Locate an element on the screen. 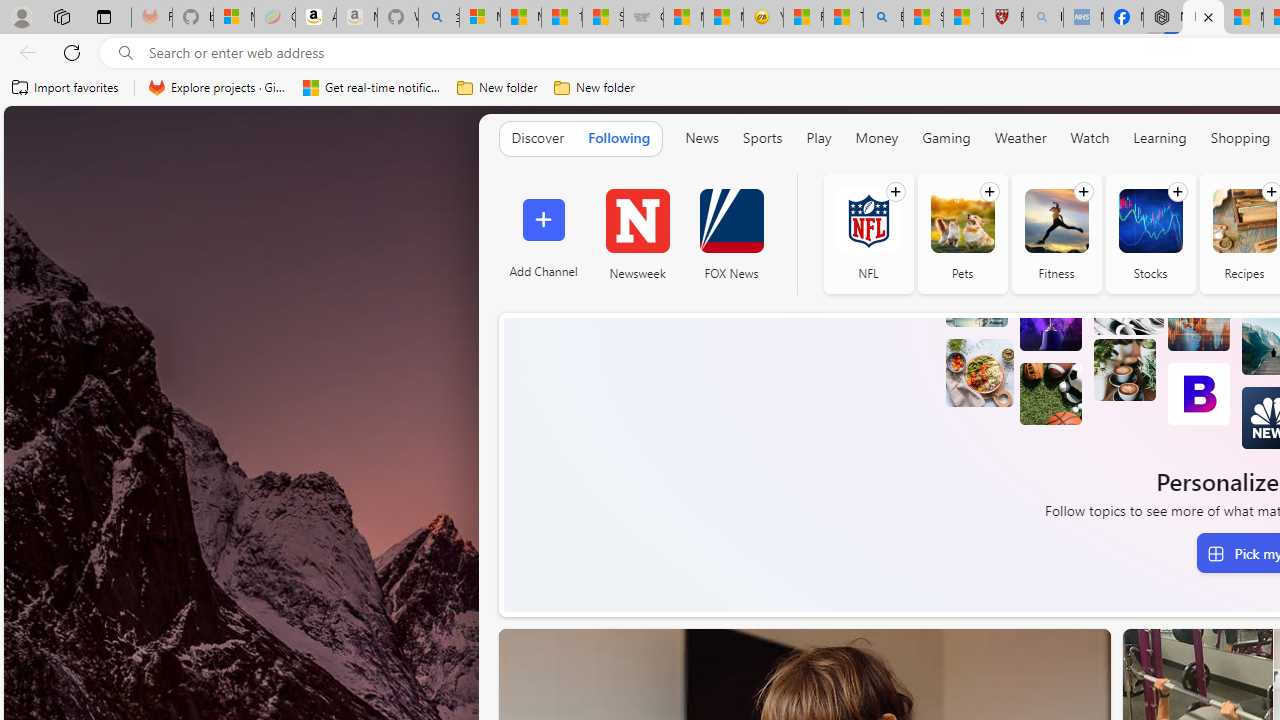 The width and height of the screenshot is (1280, 720). 'Stocks' is located at coordinates (1150, 220).